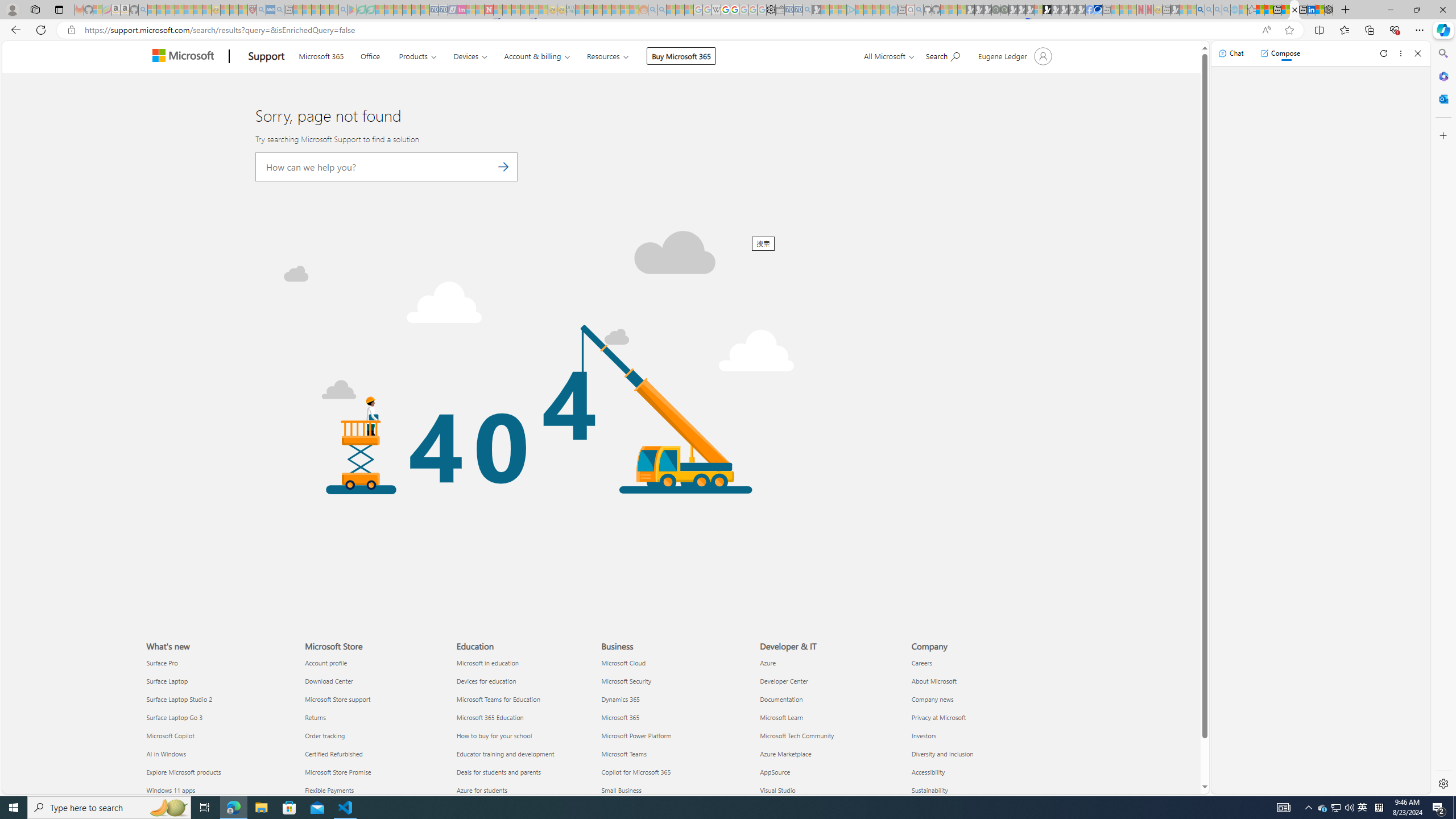  I want to click on 'Sustainability', so click(981, 789).